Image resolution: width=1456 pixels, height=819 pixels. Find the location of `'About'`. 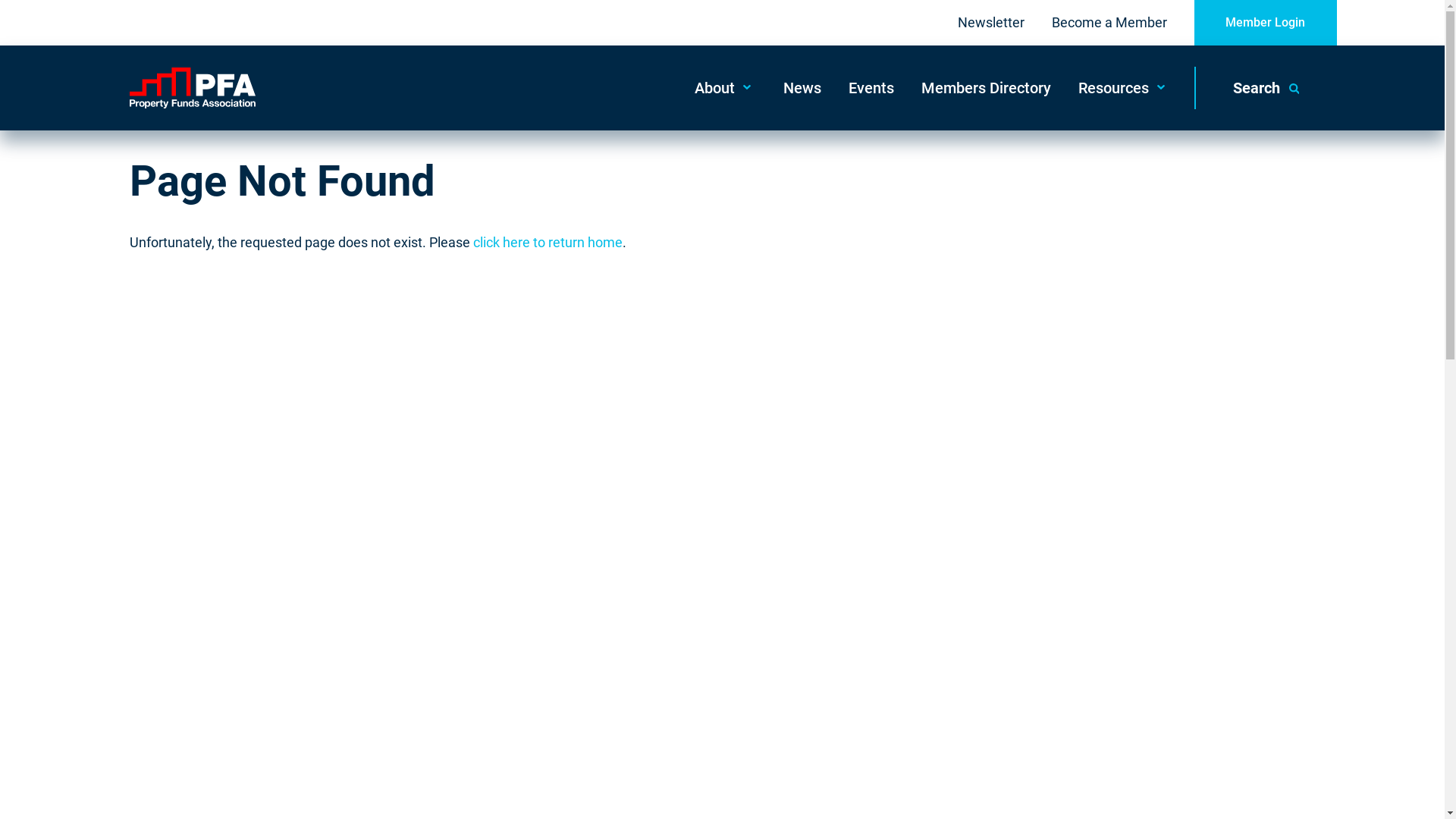

'About' is located at coordinates (679, 87).